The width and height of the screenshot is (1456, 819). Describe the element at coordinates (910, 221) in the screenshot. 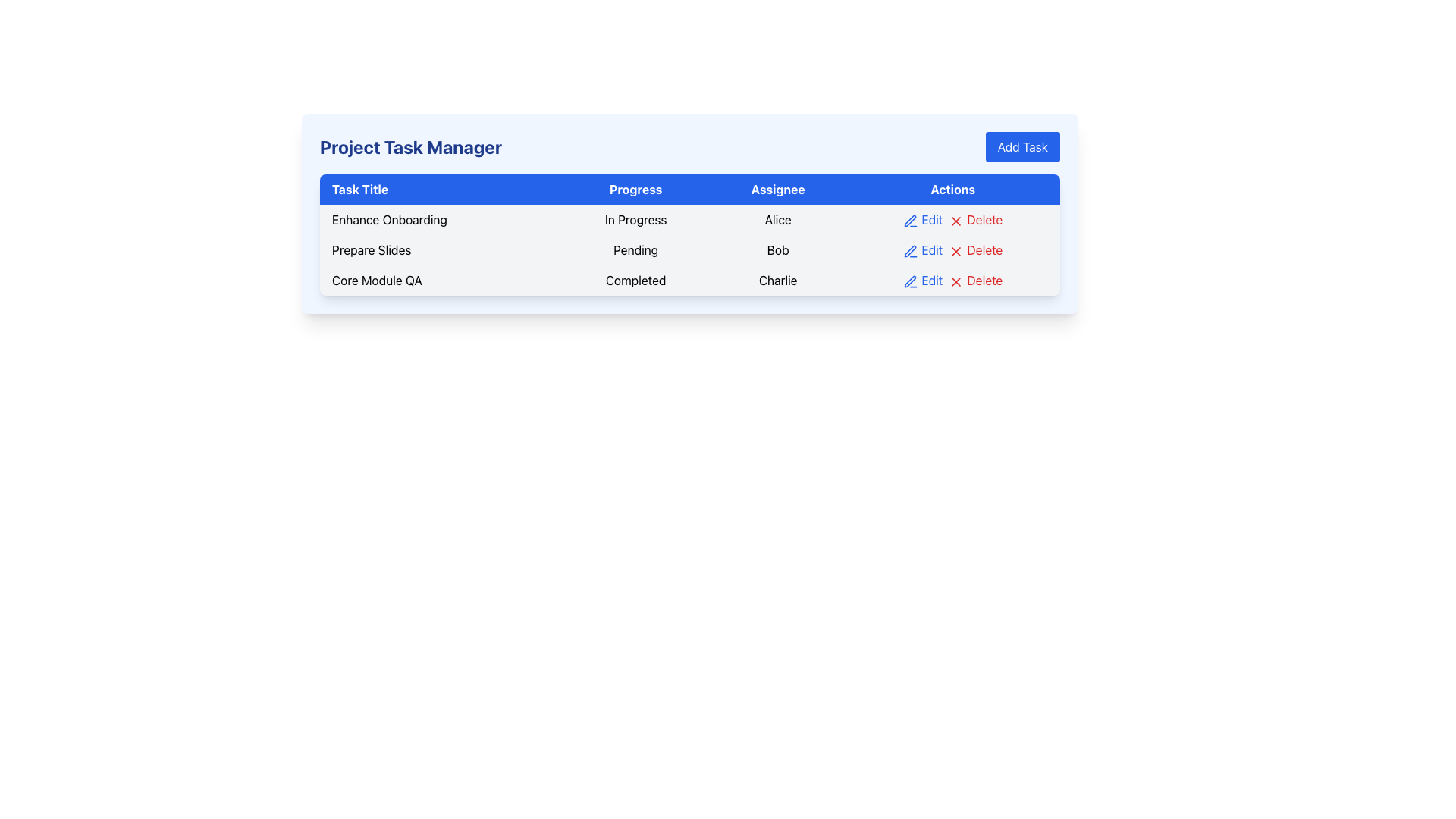

I see `the blue outline pen icon located next to the 'Edit' text in the 'Actions' column of the first row in the task table` at that location.